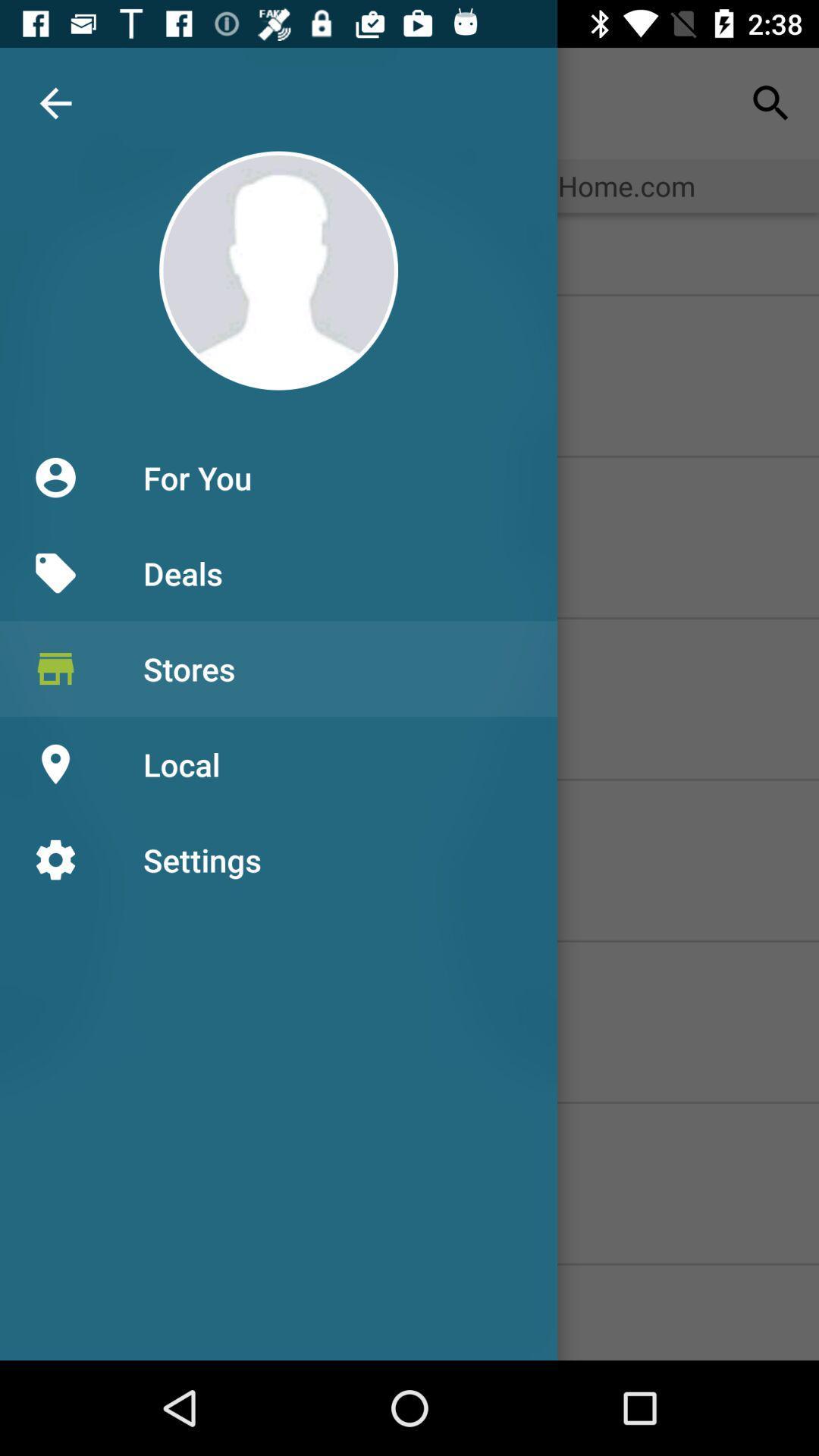  What do you see at coordinates (55, 103) in the screenshot?
I see `back arrow icon in left top corner` at bounding box center [55, 103].